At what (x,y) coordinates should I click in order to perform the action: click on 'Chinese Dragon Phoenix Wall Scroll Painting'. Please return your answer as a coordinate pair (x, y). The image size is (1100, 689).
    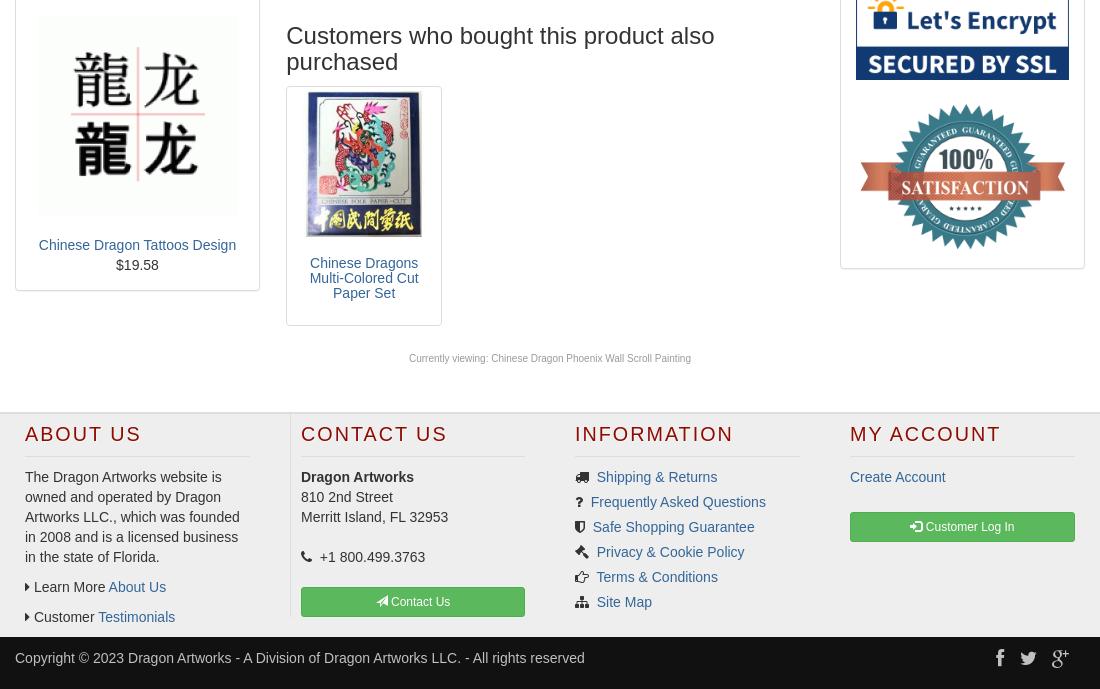
    Looking at the image, I should click on (491, 356).